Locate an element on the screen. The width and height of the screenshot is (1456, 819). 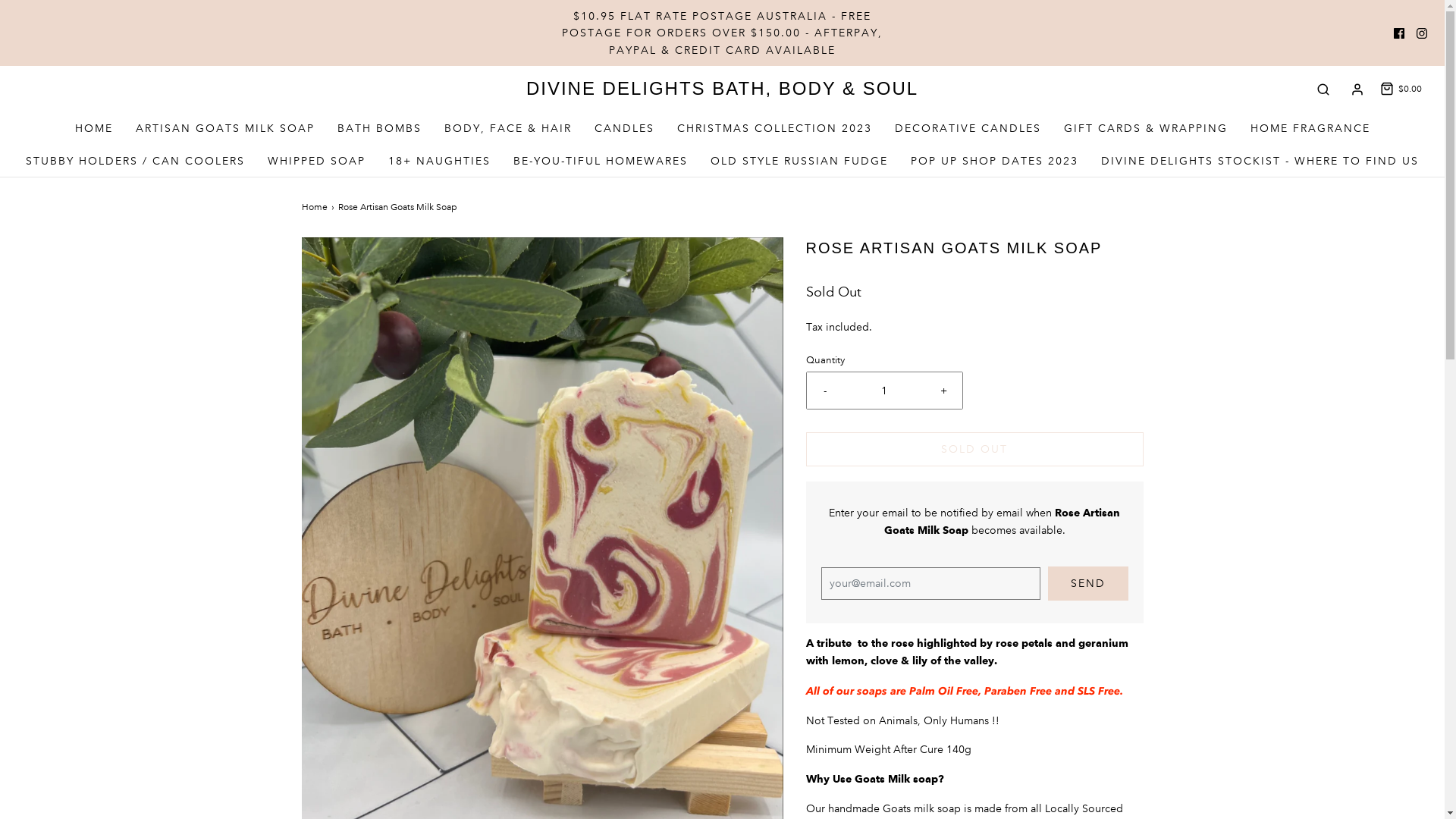
'DECORATIVE CANDLES' is located at coordinates (895, 127).